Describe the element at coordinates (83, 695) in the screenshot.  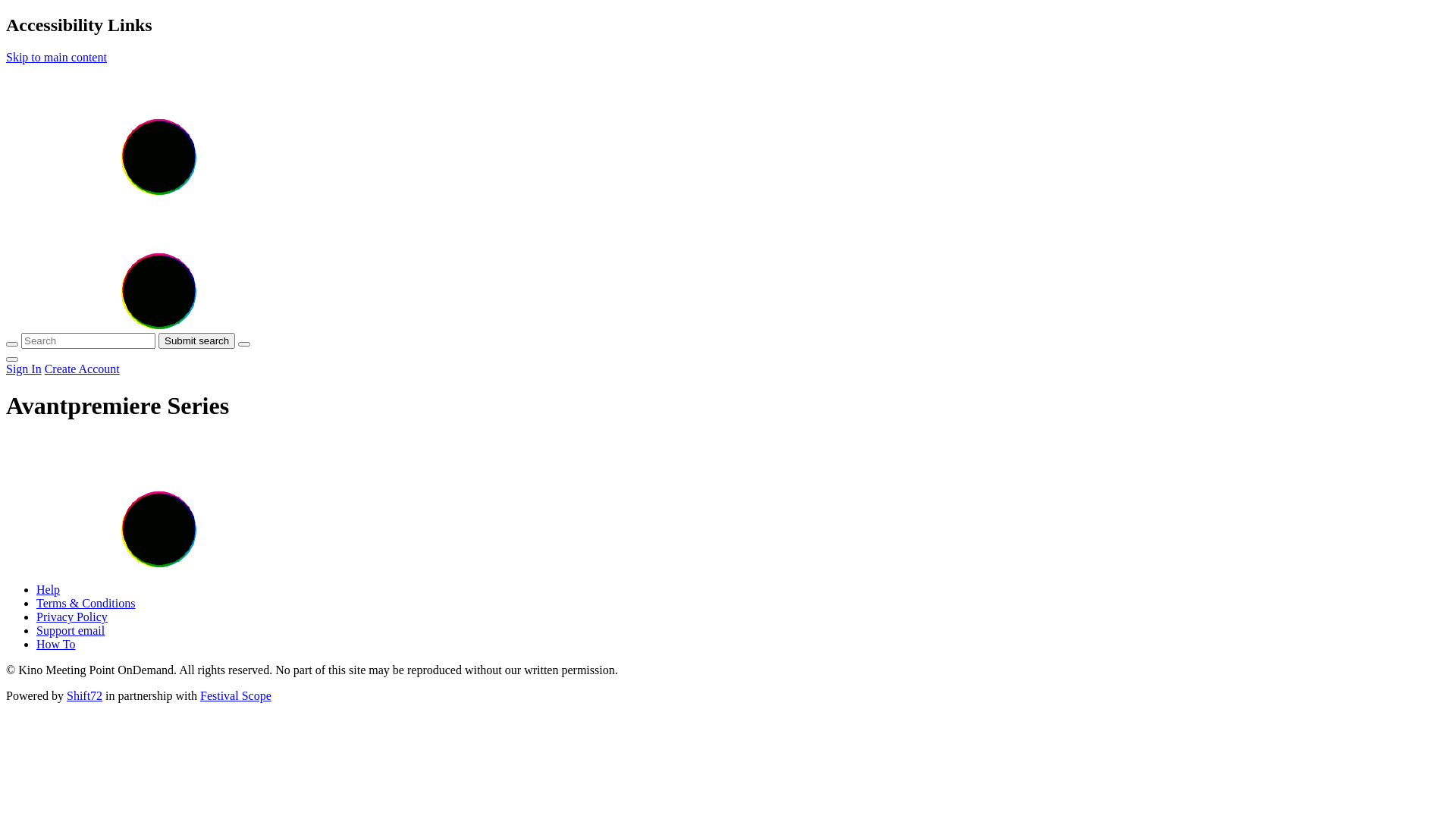
I see `'Shift72'` at that location.